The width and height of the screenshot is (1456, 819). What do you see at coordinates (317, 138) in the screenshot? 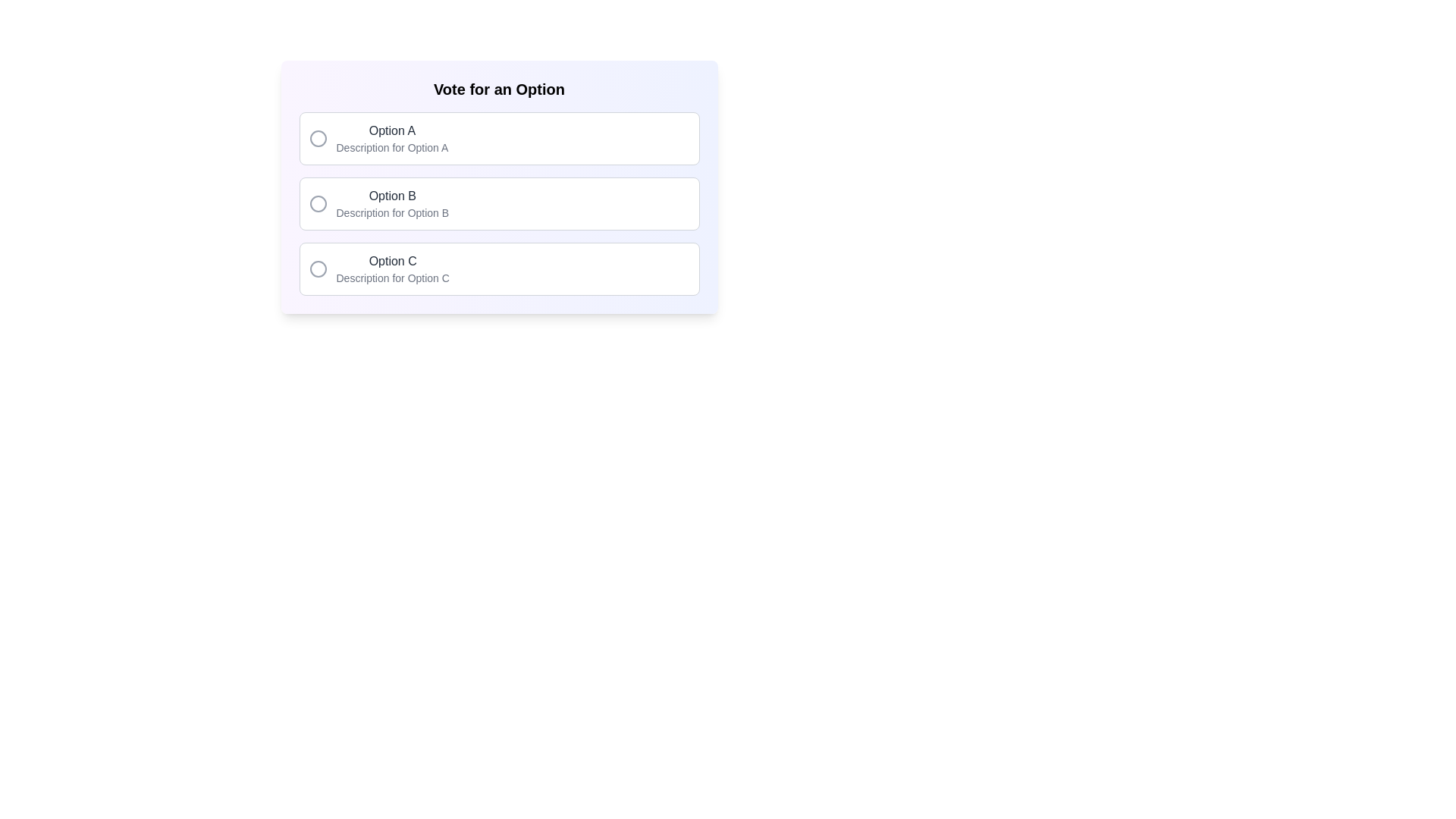
I see `the radio button icon for 'Option A', which is a circular graphic with a gray border` at bounding box center [317, 138].